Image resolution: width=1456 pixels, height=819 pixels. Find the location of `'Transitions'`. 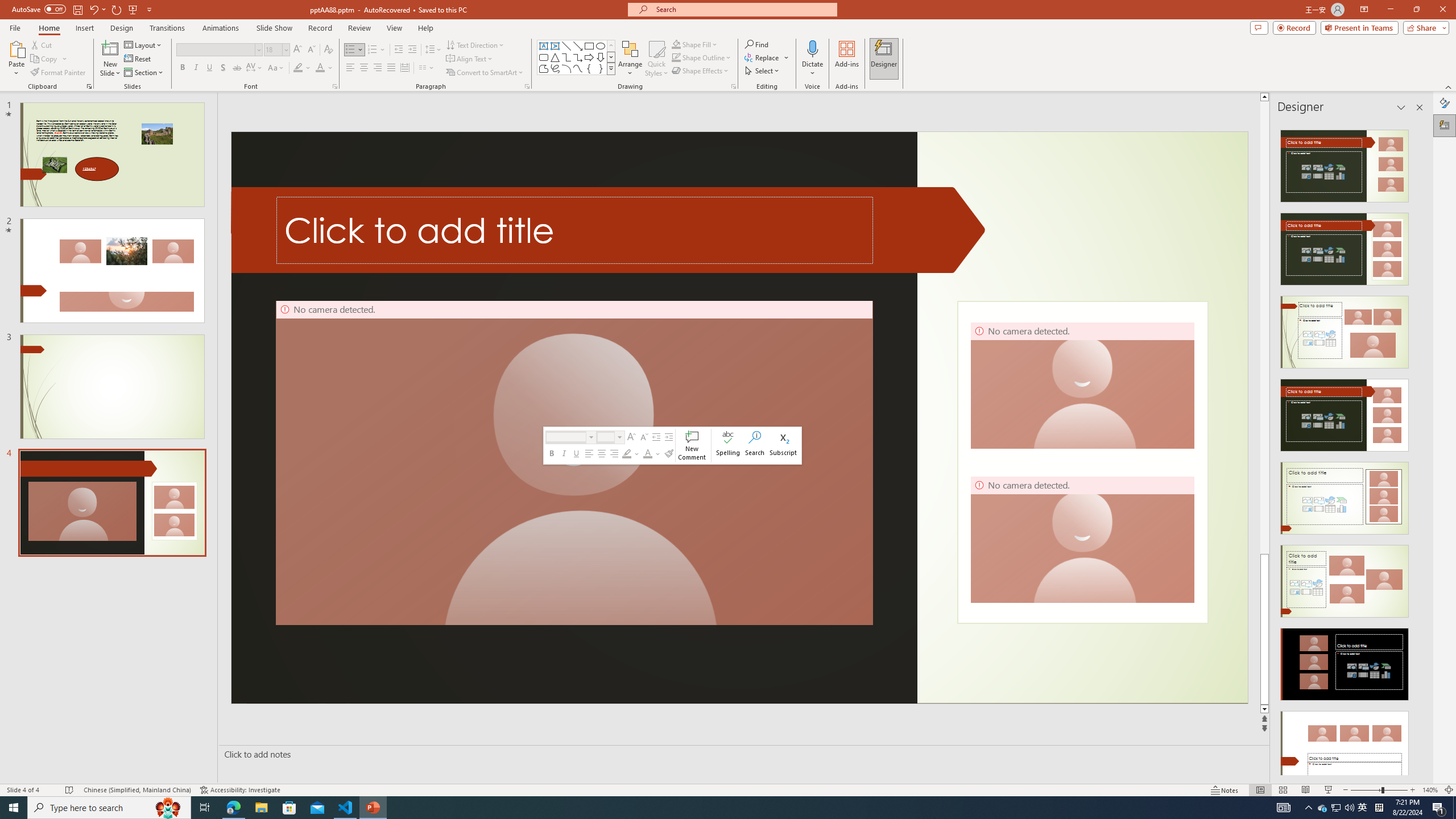

'Transitions' is located at coordinates (167, 28).